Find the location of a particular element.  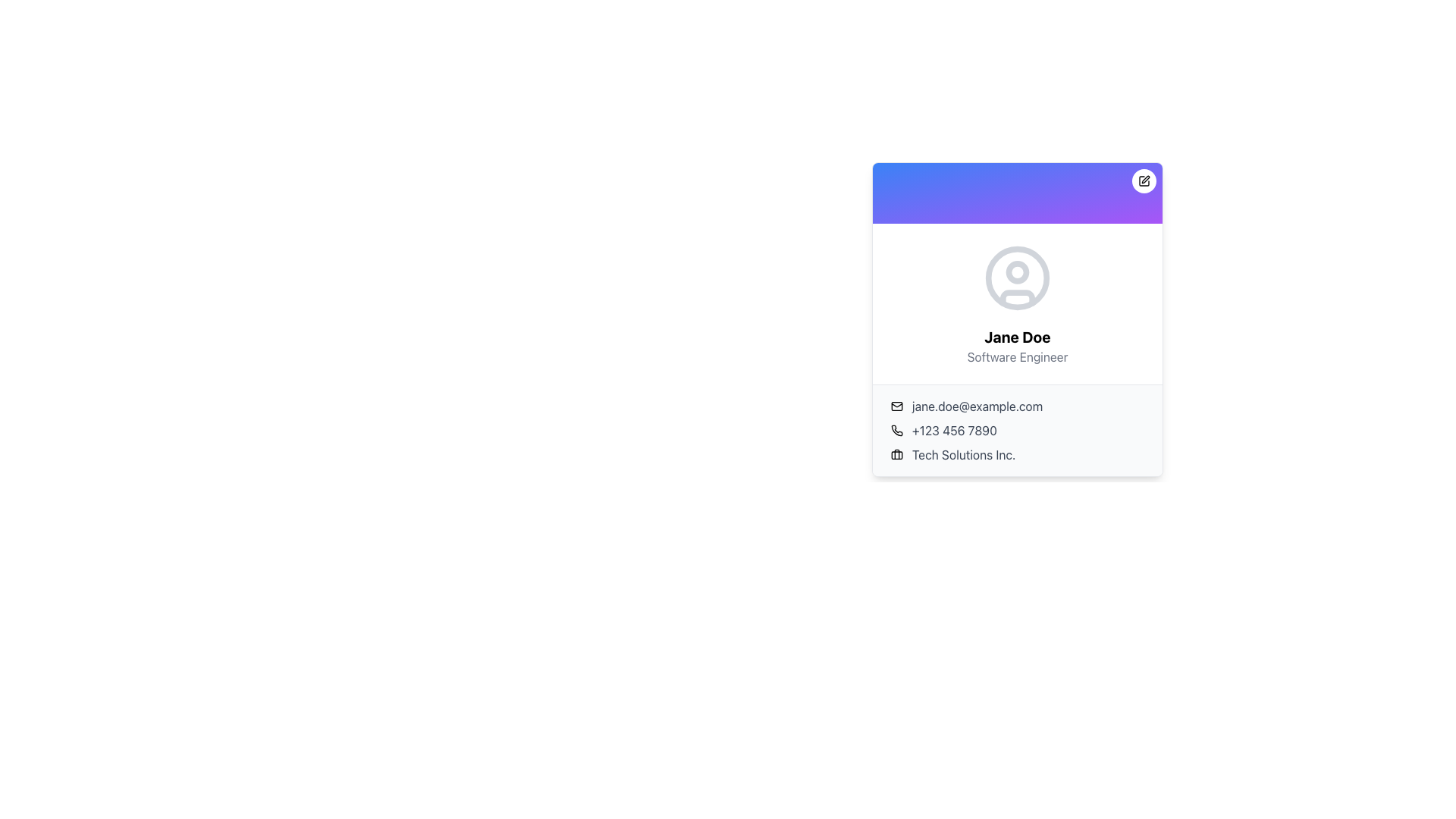

the edit icon located in the top-right corner of the user profile card to initiate editing is located at coordinates (1144, 180).